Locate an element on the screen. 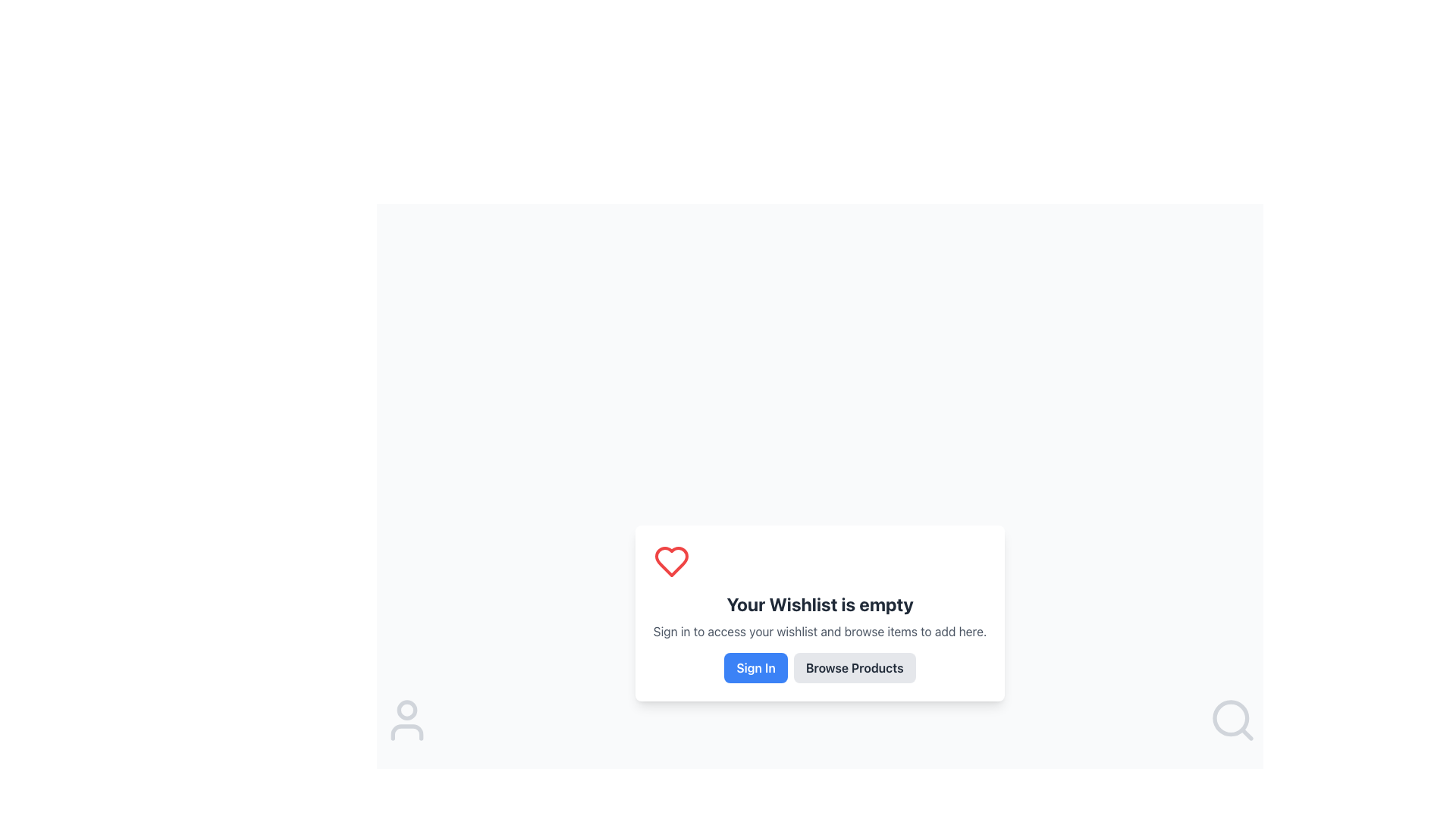  the instructional text encouraging users to sign in and manage their wishlist, located below the heading 'Your Wishlist is empty' and above the buttons 'Sign In' and 'Browse Products' is located at coordinates (819, 632).